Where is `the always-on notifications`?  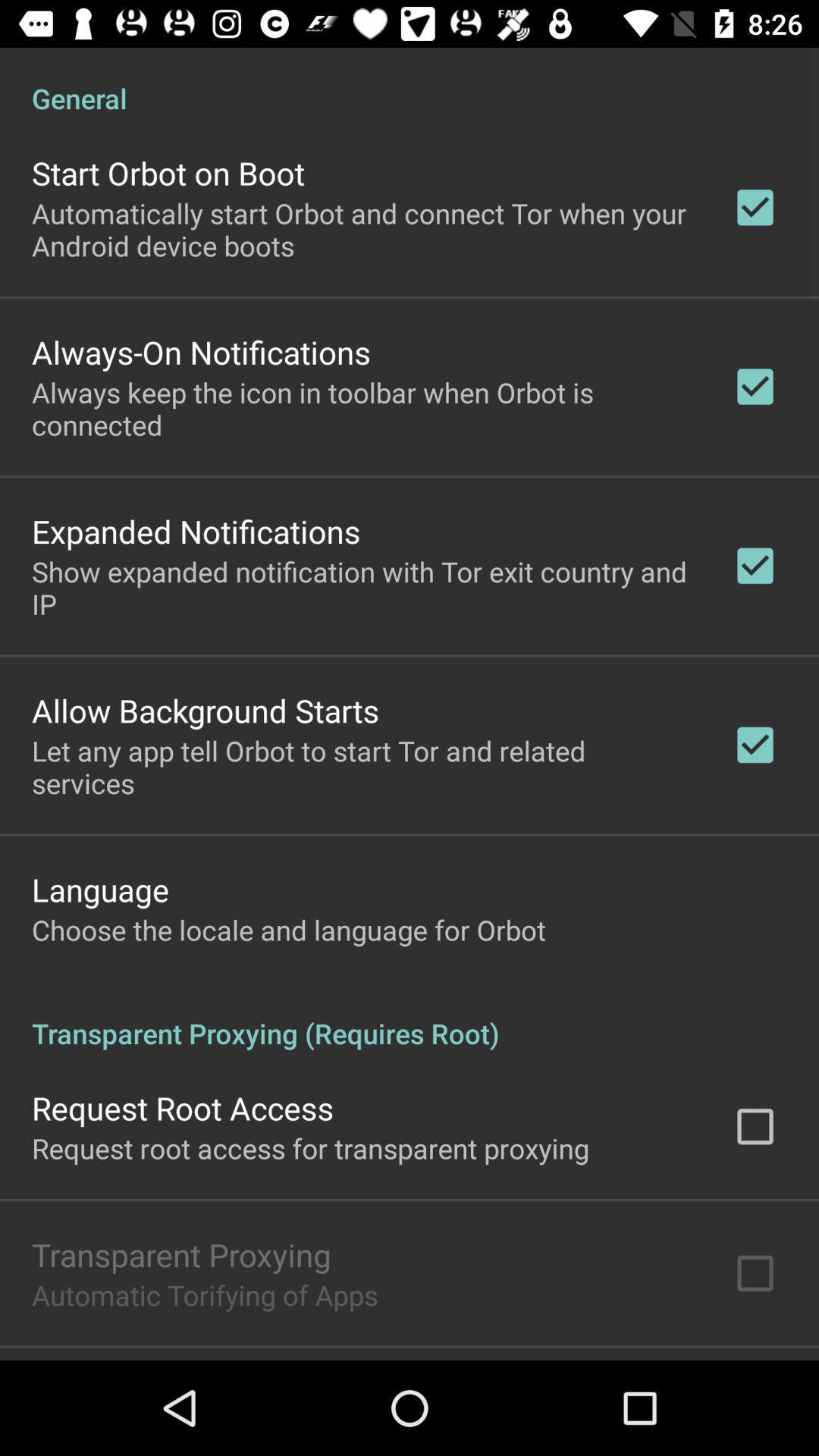
the always-on notifications is located at coordinates (200, 351).